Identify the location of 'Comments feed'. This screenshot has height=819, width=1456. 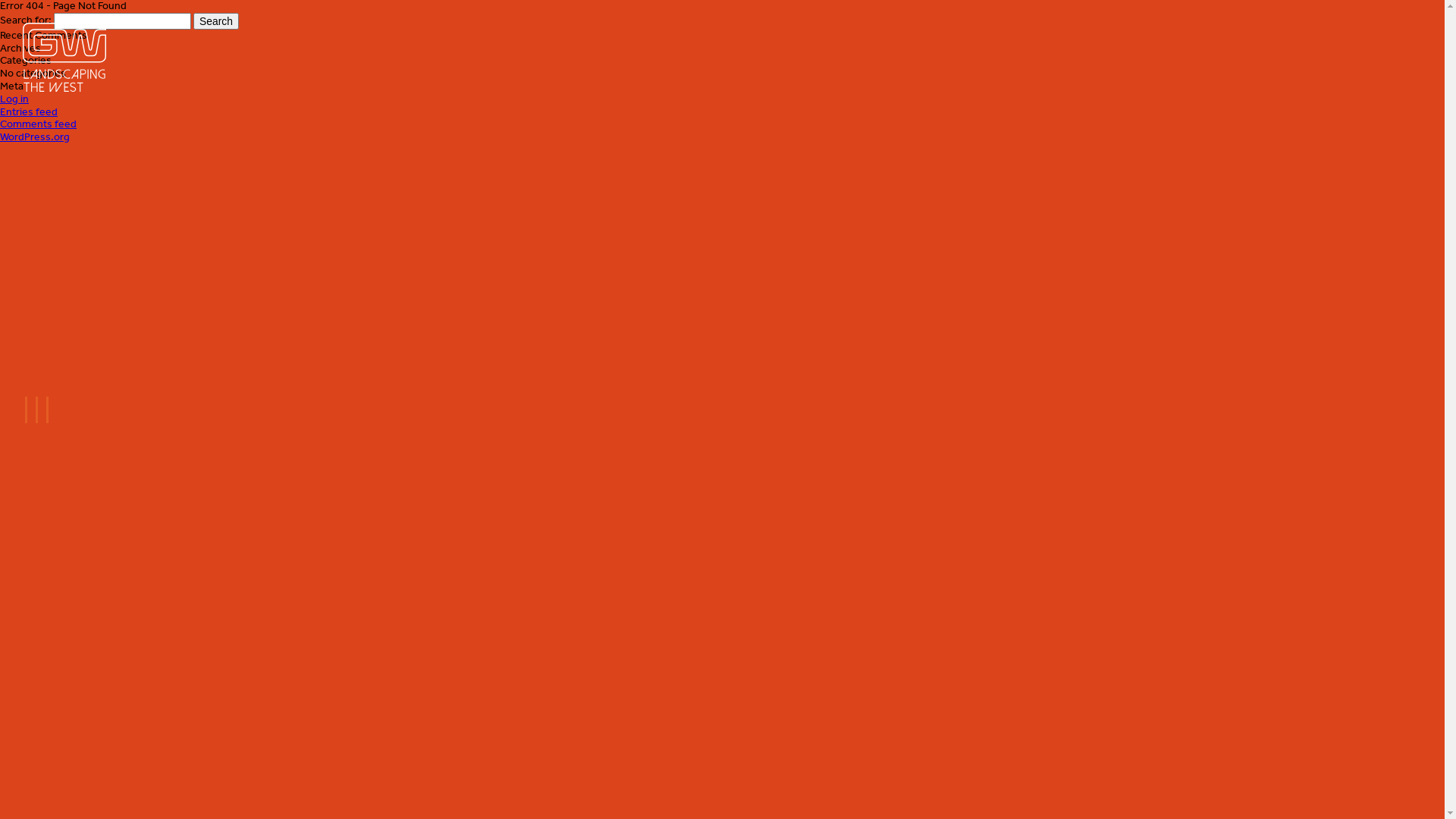
(38, 123).